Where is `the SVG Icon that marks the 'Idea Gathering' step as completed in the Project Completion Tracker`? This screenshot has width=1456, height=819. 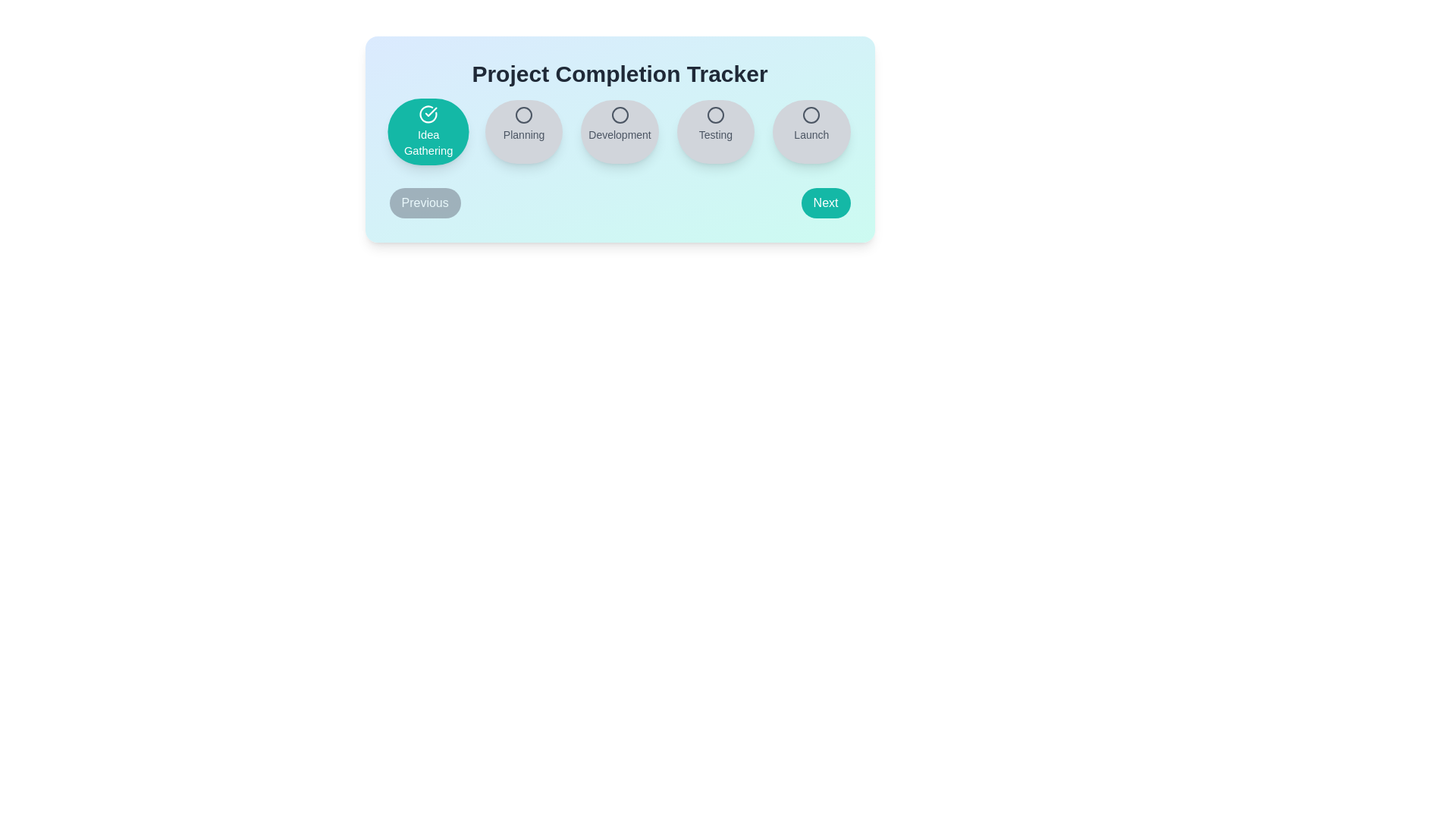
the SVG Icon that marks the 'Idea Gathering' step as completed in the Project Completion Tracker is located at coordinates (427, 113).